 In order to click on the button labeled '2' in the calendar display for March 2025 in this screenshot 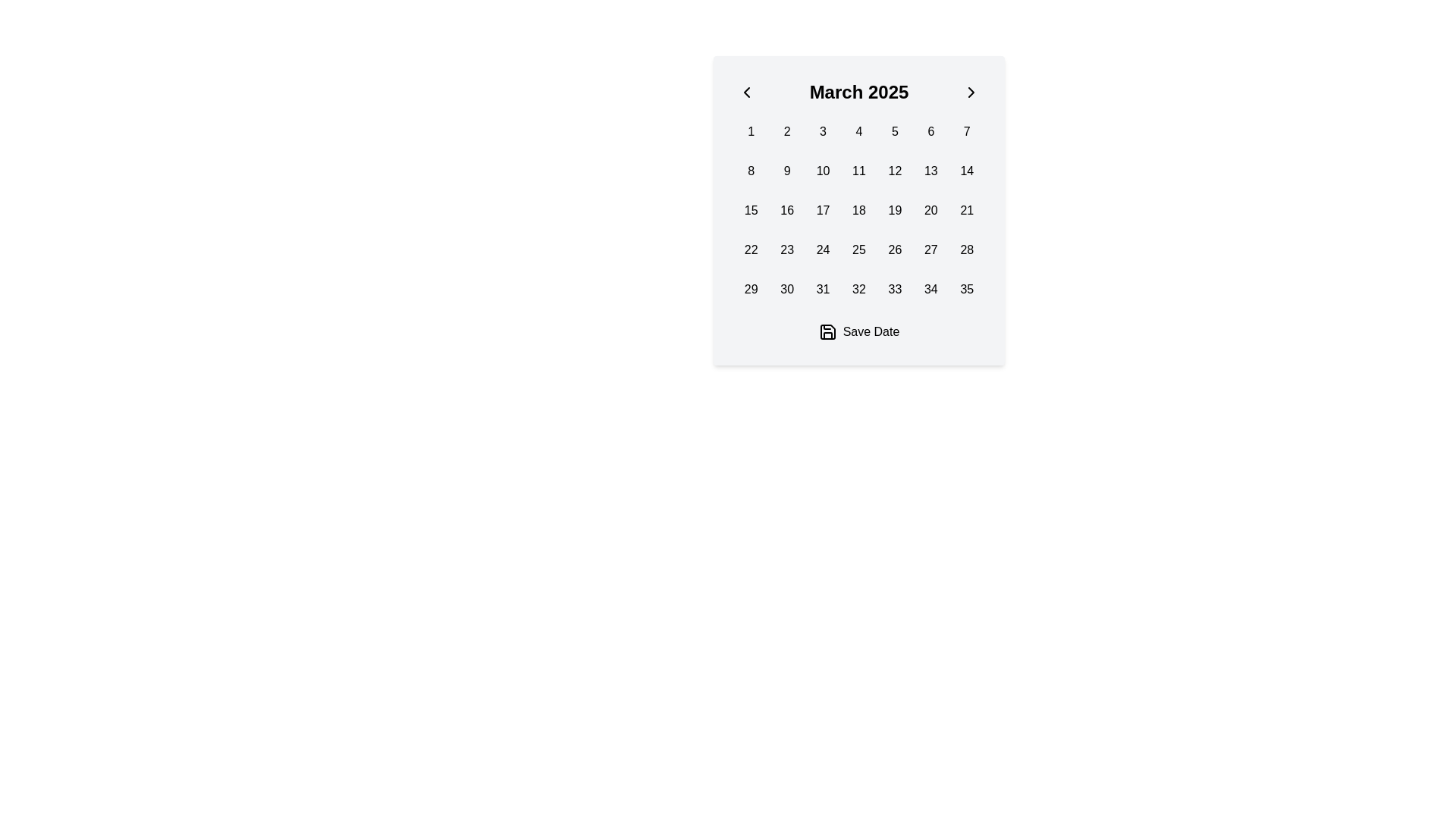, I will do `click(786, 130)`.